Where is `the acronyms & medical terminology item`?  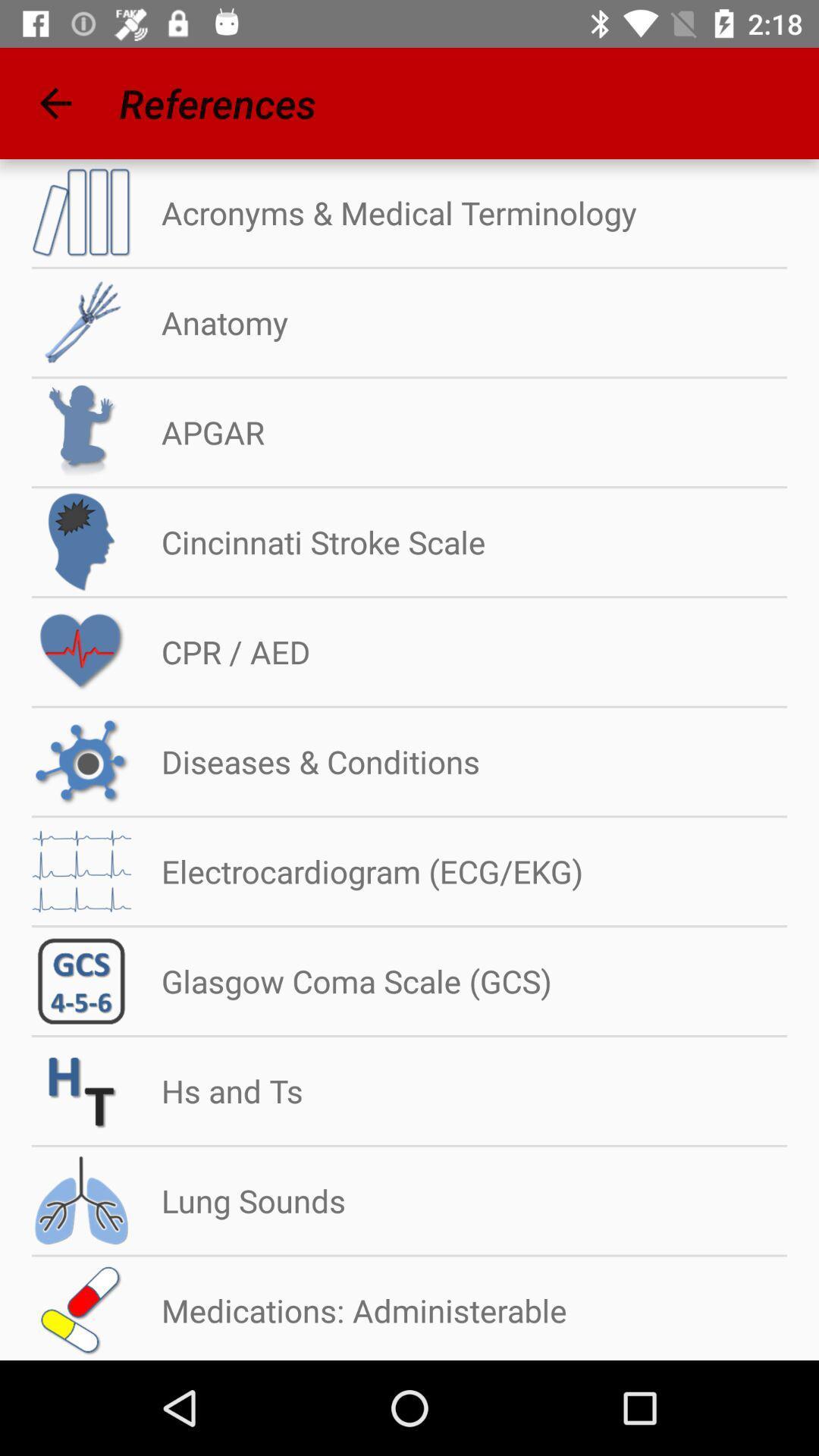
the acronyms & medical terminology item is located at coordinates (383, 212).